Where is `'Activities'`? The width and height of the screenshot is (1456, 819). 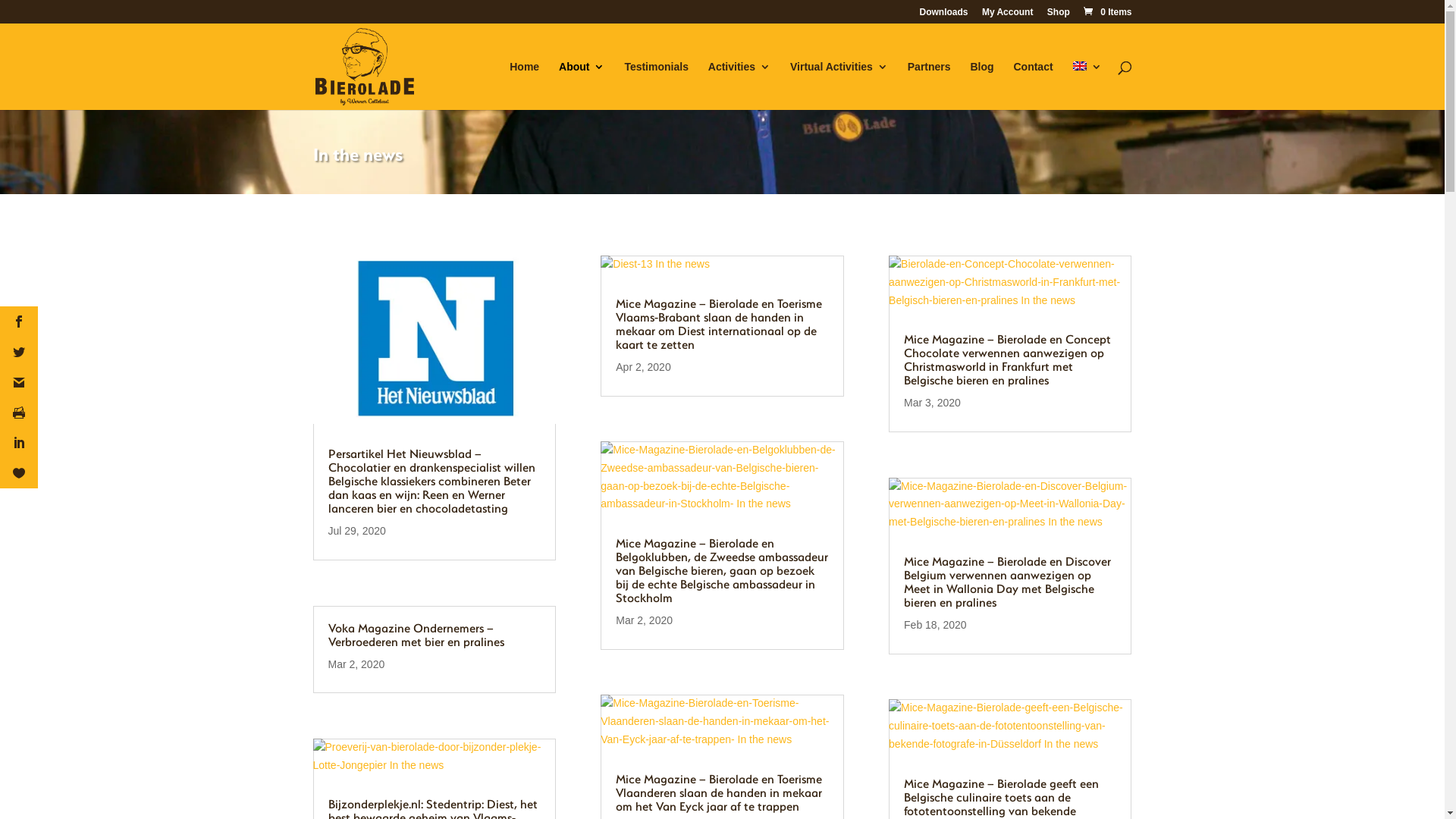
'Activities' is located at coordinates (739, 85).